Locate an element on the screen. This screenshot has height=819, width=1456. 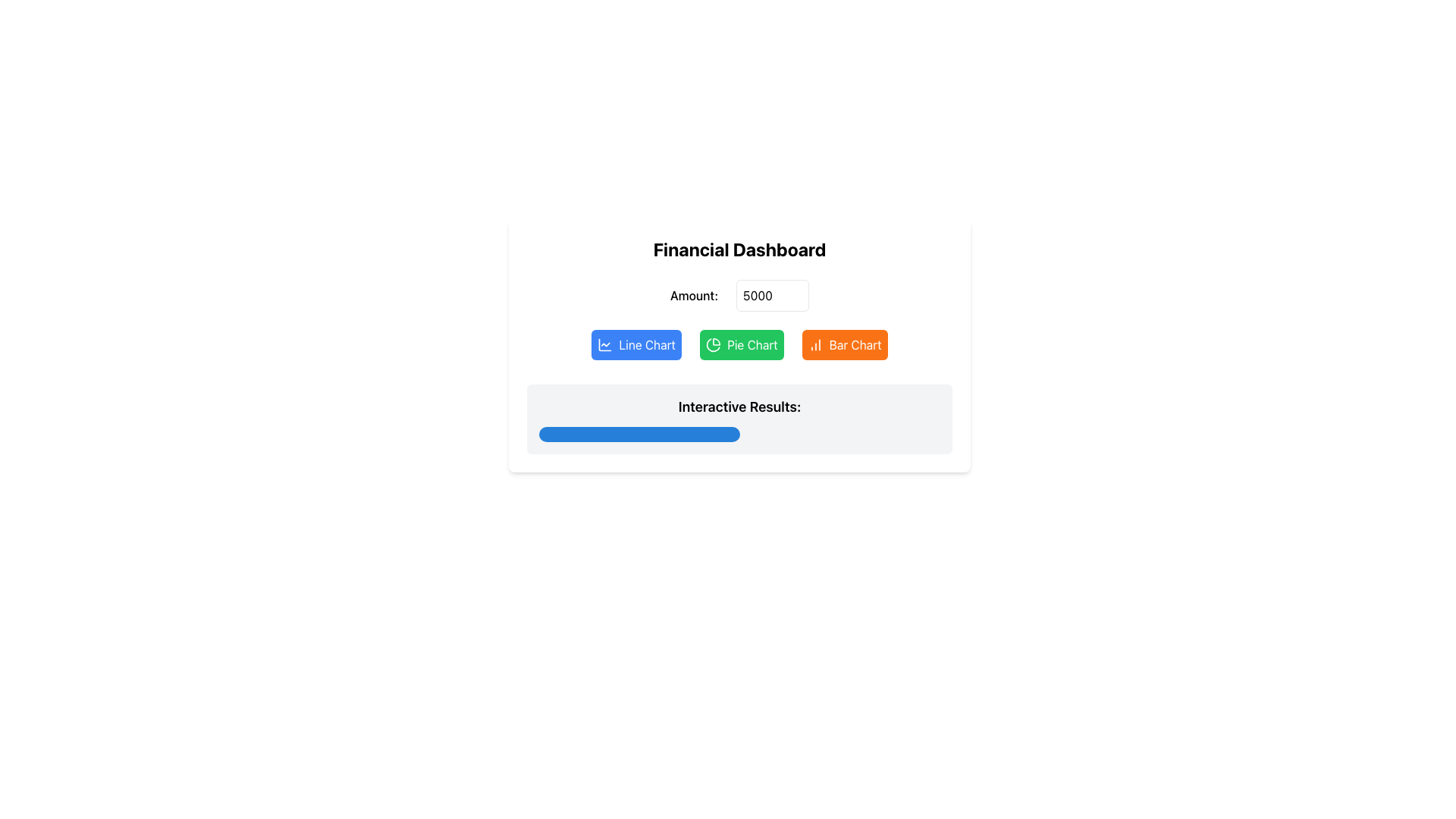
the SVG icon for the 'Pie Chart' functionality, which is located within the green 'Pie Chart' button situated between the blue 'Line Chart' button and the orange 'Bar Chart' button is located at coordinates (712, 345).